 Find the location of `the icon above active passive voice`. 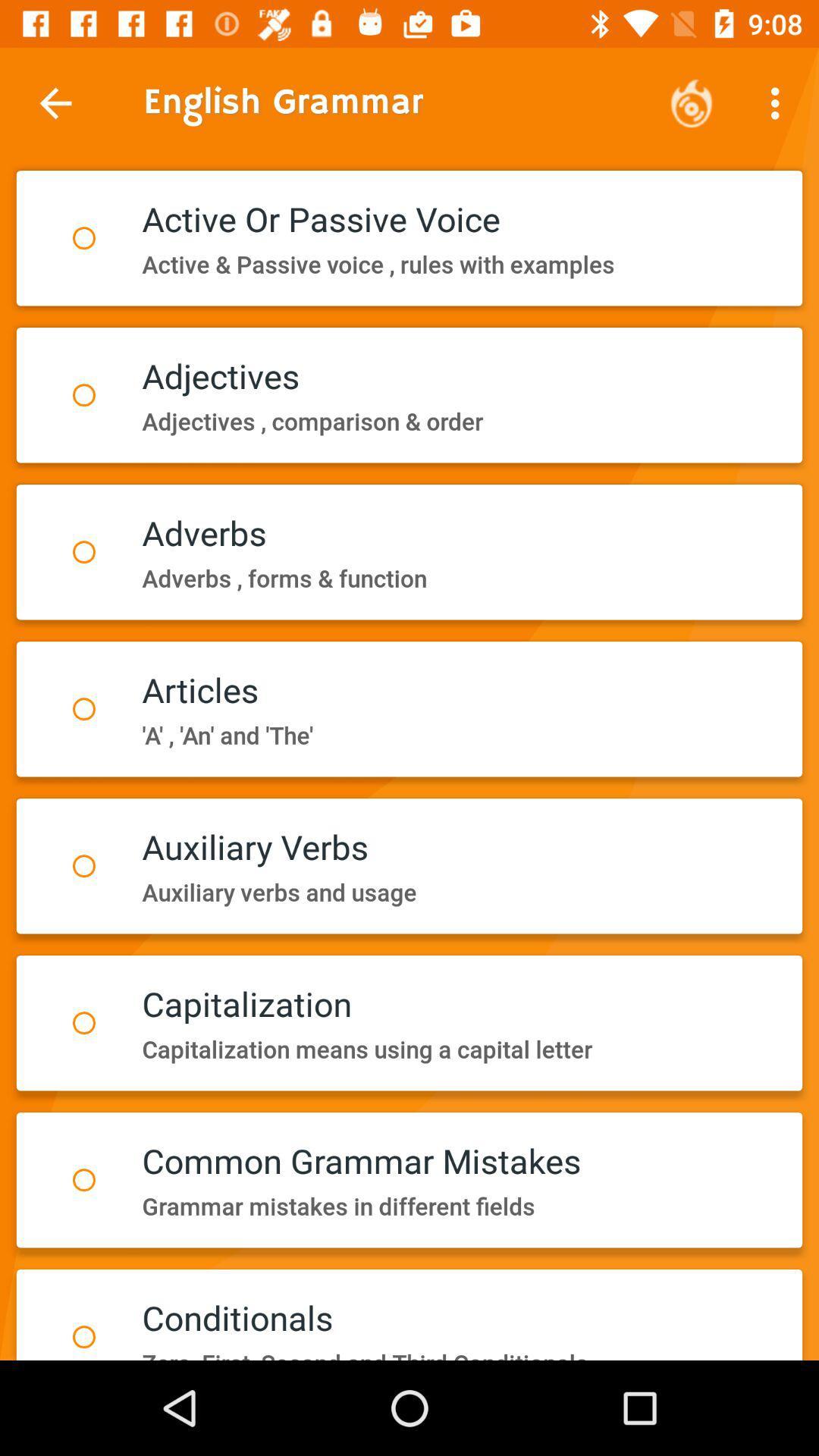

the icon above active passive voice is located at coordinates (691, 102).